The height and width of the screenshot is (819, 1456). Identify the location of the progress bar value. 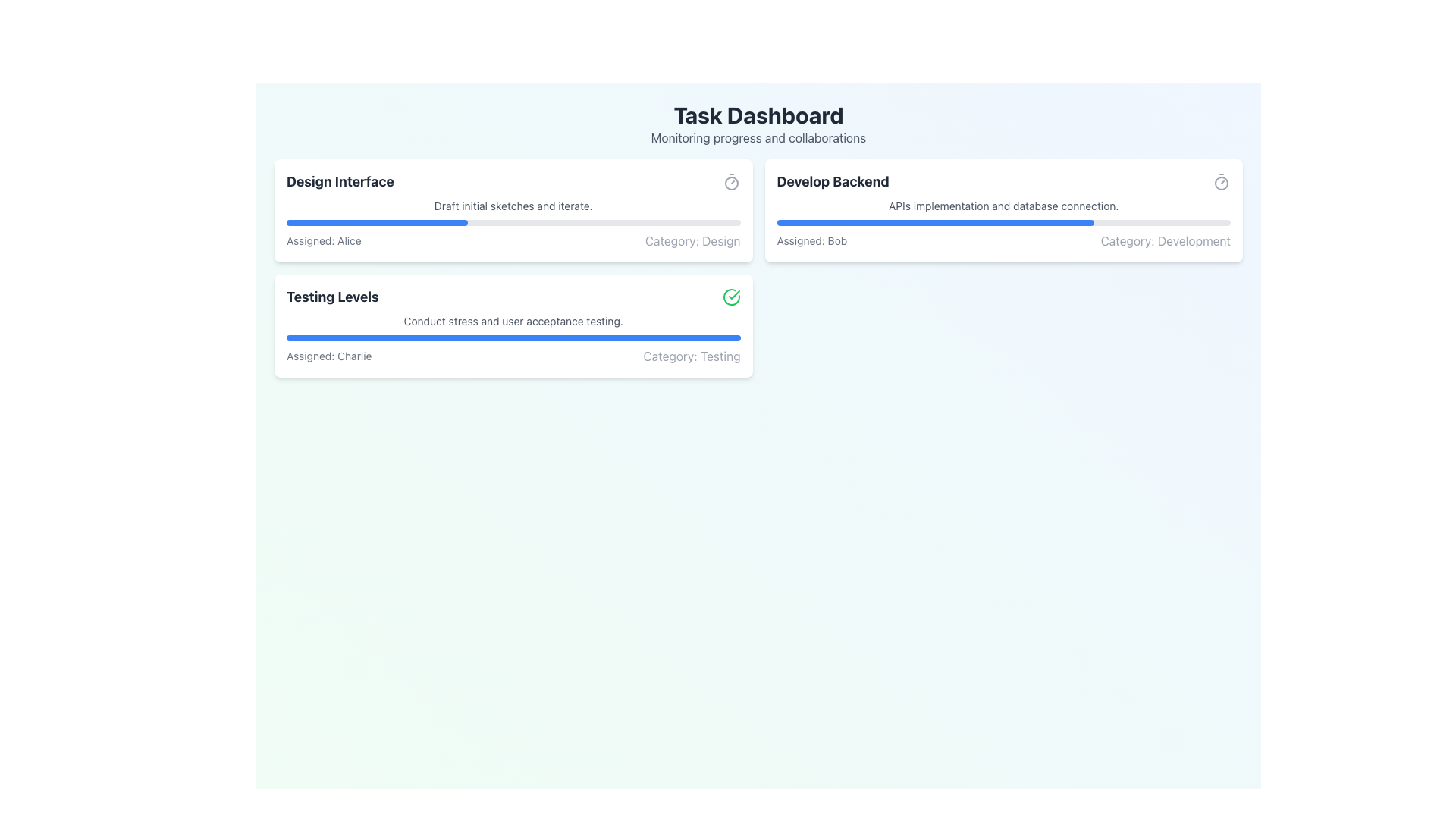
(1002, 222).